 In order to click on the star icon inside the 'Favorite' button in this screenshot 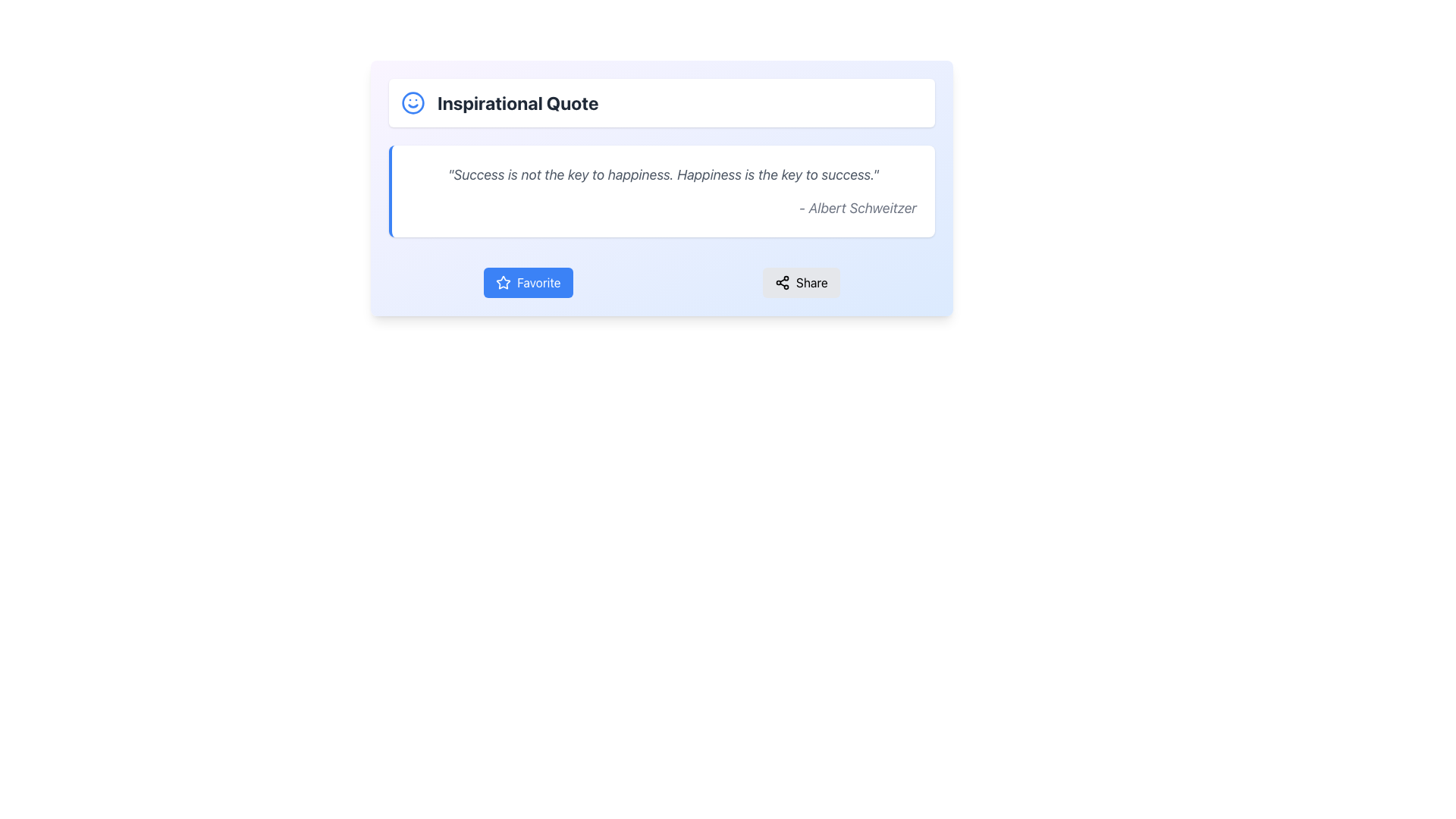, I will do `click(504, 282)`.